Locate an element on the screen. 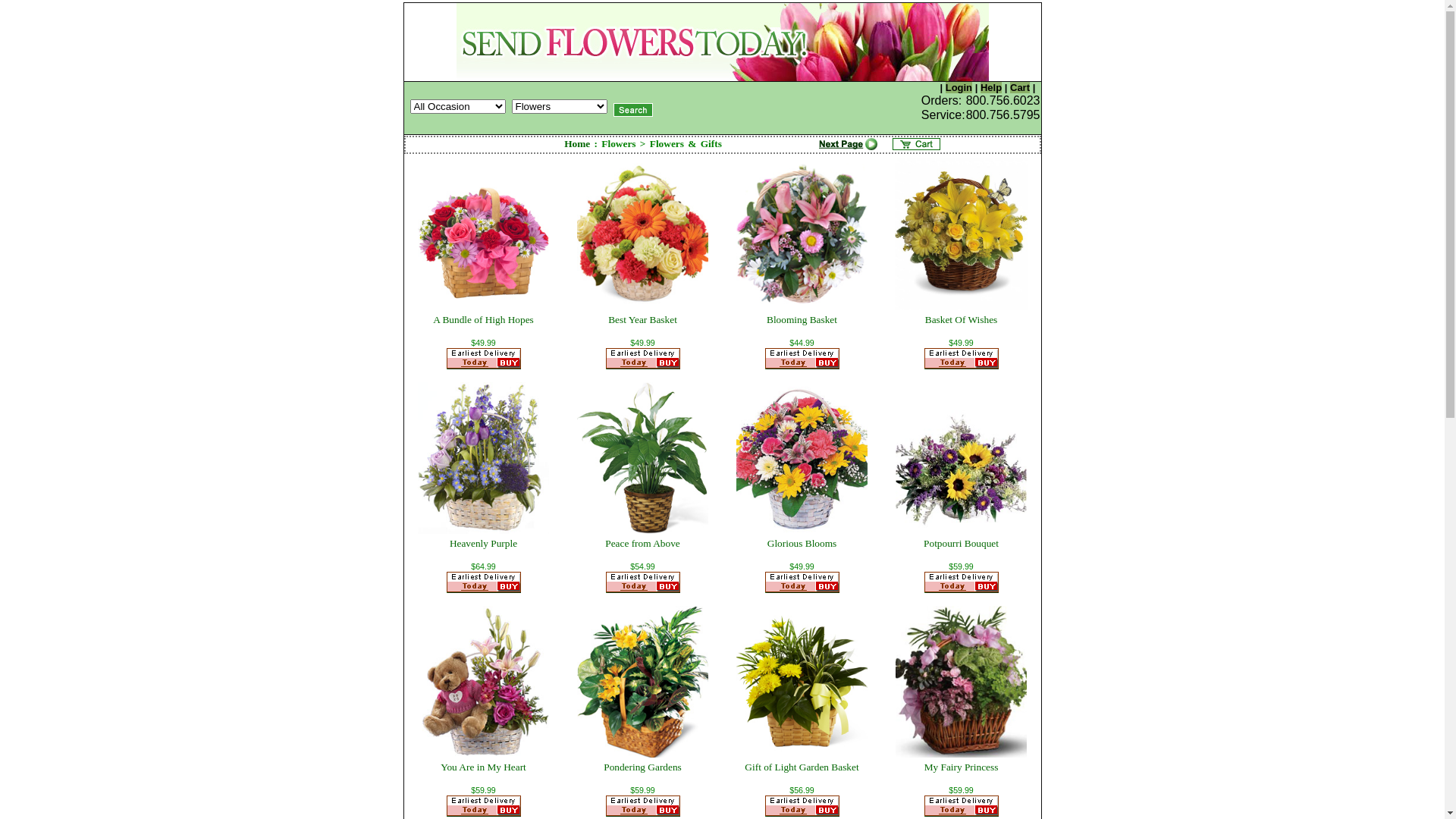  'Help' is located at coordinates (990, 87).